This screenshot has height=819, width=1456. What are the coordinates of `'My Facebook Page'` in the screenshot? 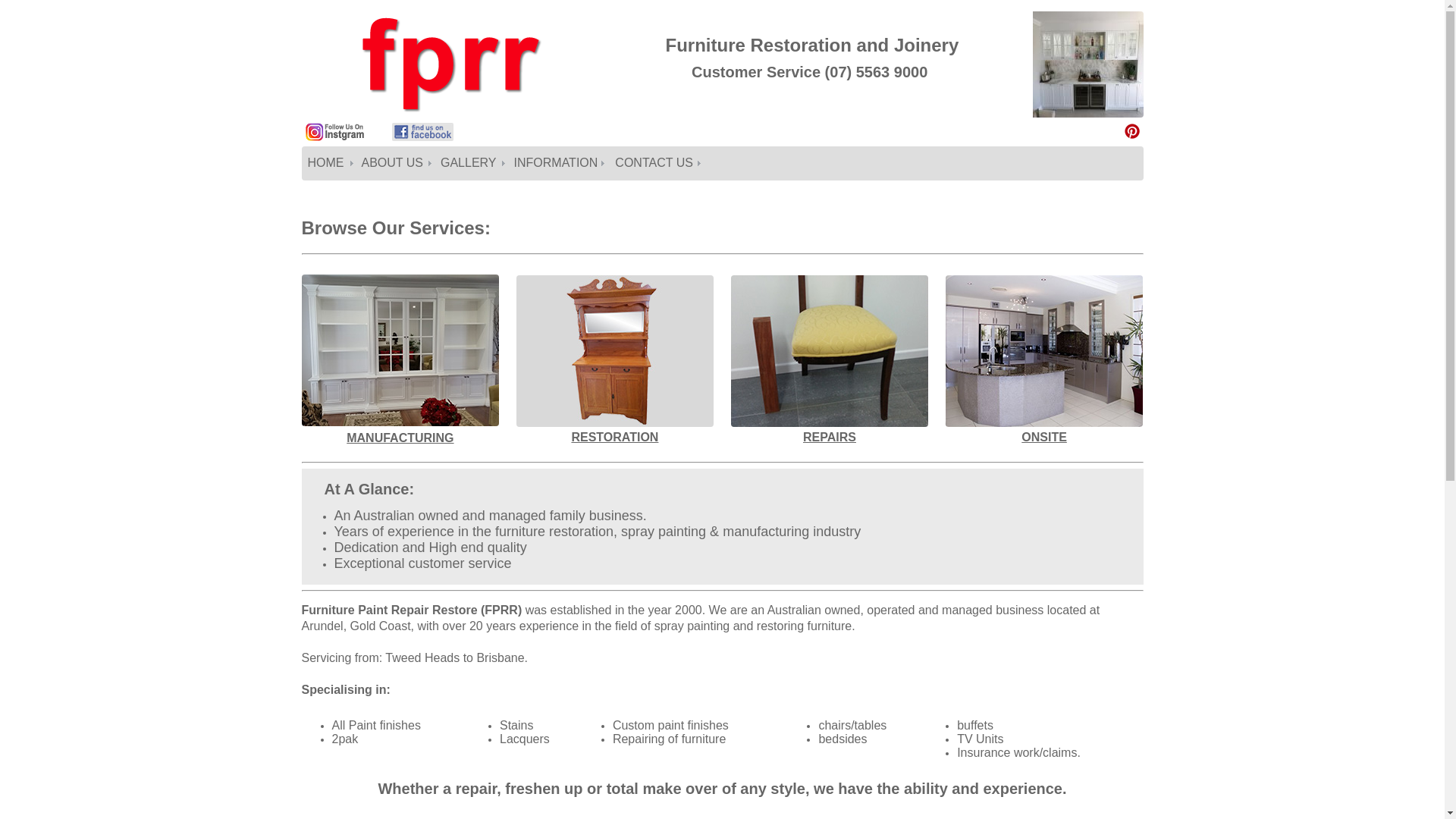 It's located at (391, 138).